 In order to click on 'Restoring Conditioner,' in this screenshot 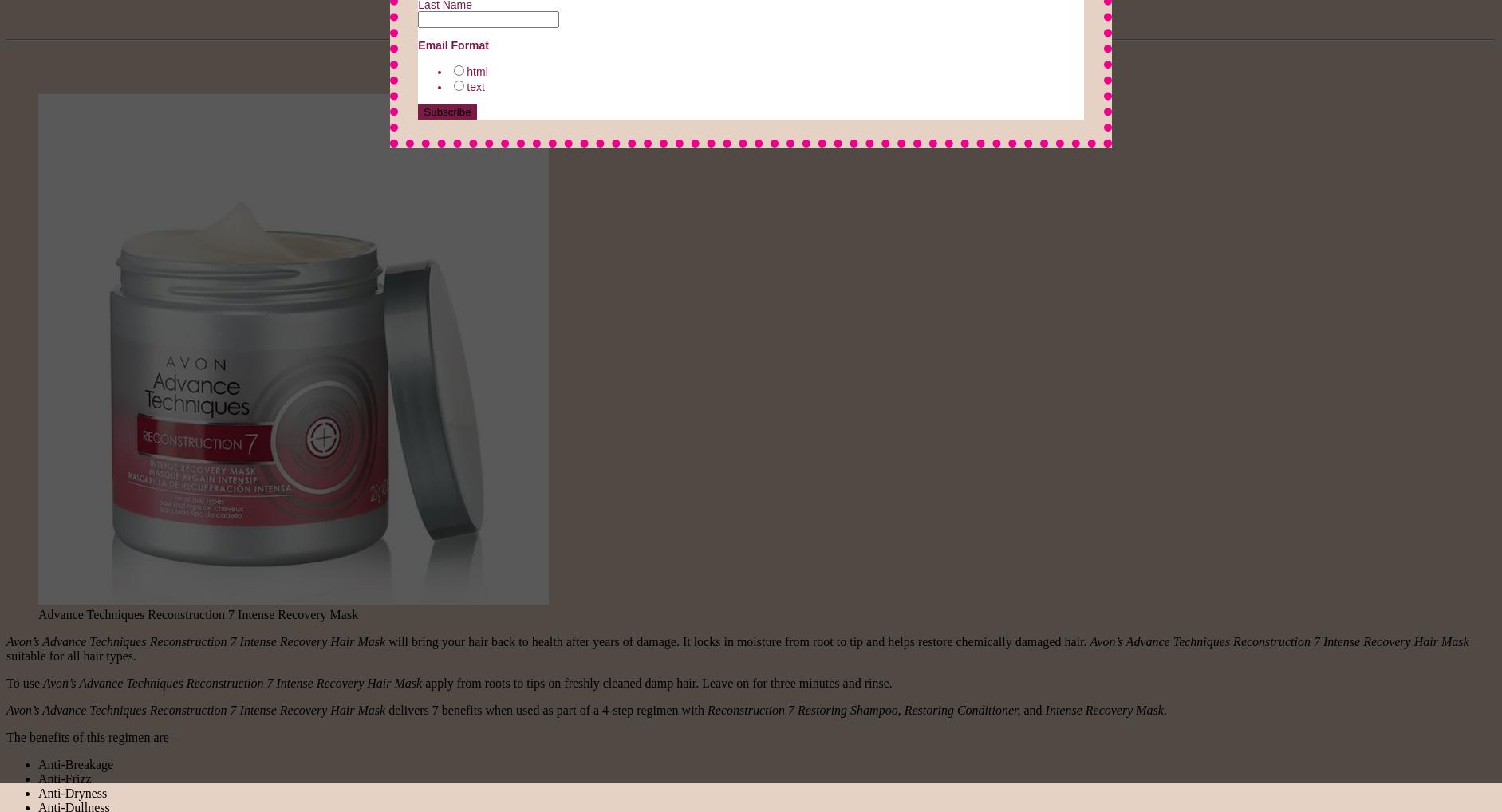, I will do `click(903, 709)`.